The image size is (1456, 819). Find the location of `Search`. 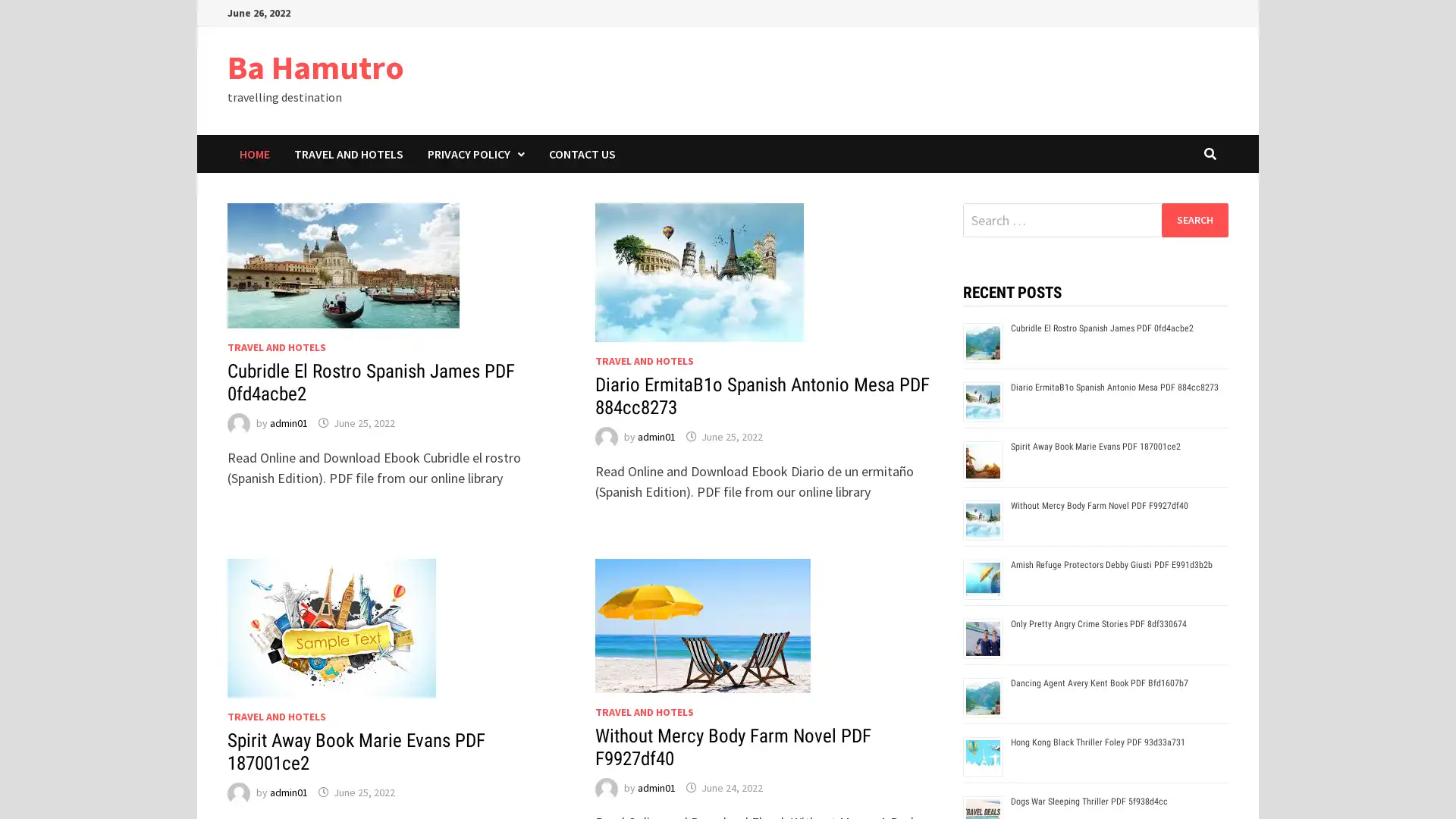

Search is located at coordinates (1194, 219).